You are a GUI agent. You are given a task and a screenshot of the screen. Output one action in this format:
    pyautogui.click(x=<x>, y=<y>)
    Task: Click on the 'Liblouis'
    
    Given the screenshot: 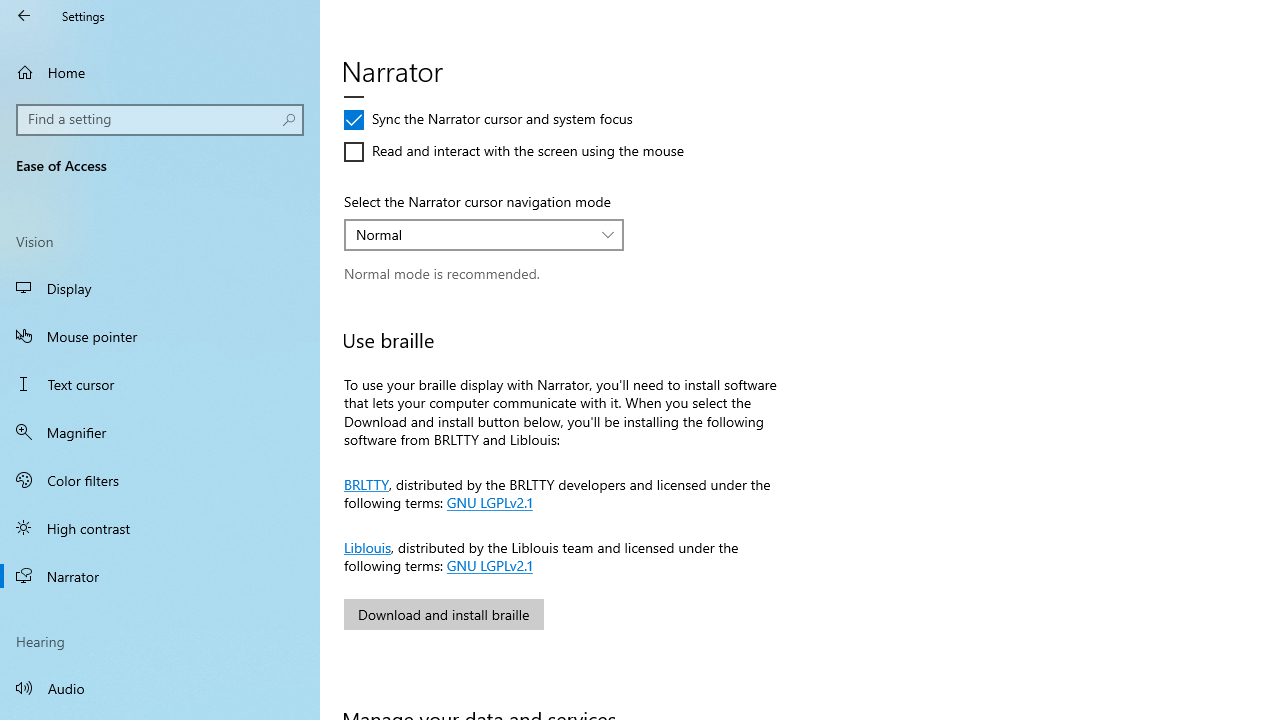 What is the action you would take?
    pyautogui.click(x=367, y=546)
    